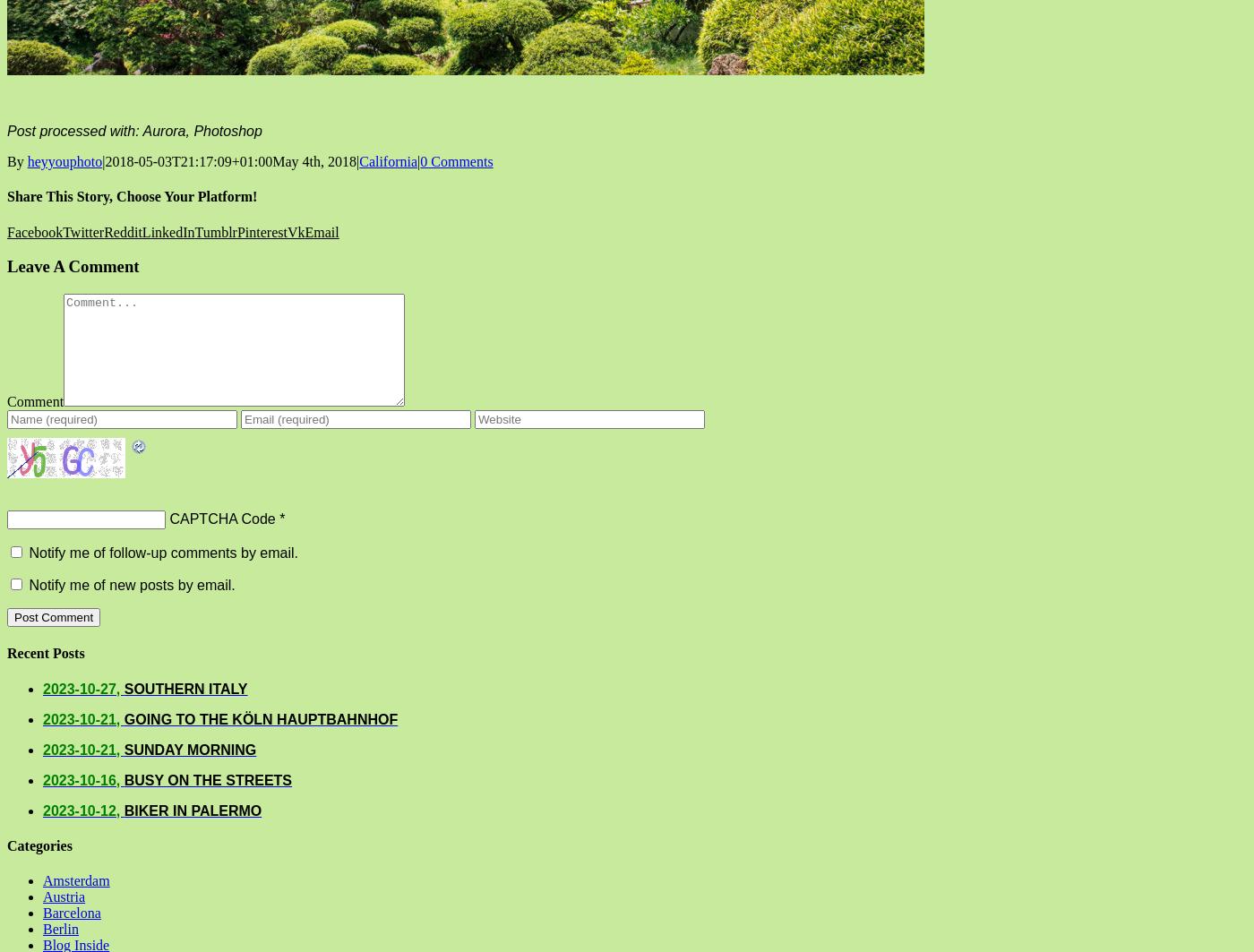 The height and width of the screenshot is (952, 1254). I want to click on '2023-10-12,', so click(82, 809).